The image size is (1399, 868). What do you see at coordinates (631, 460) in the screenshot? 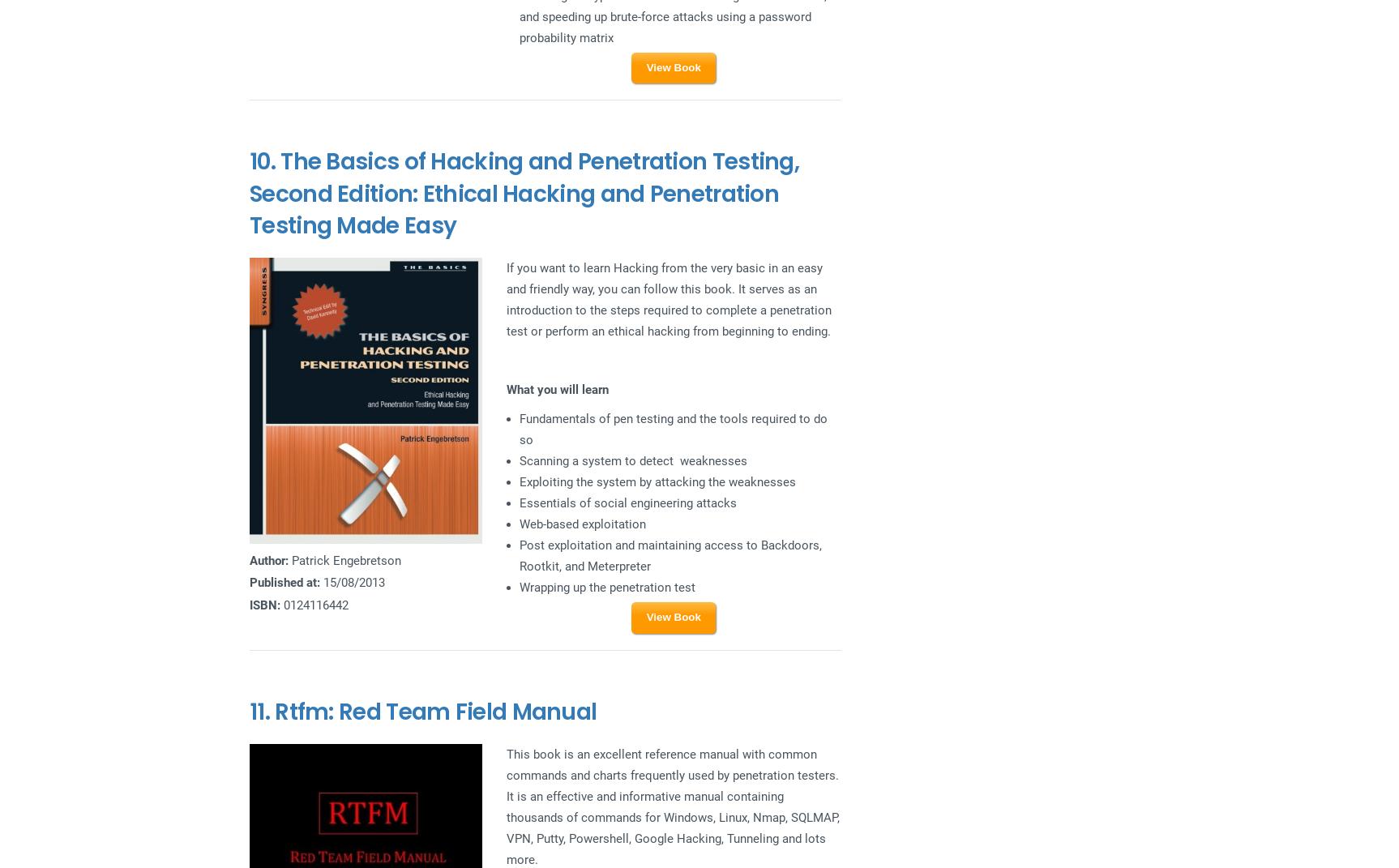
I see `'Scanning a system to detect  weaknesses'` at bounding box center [631, 460].